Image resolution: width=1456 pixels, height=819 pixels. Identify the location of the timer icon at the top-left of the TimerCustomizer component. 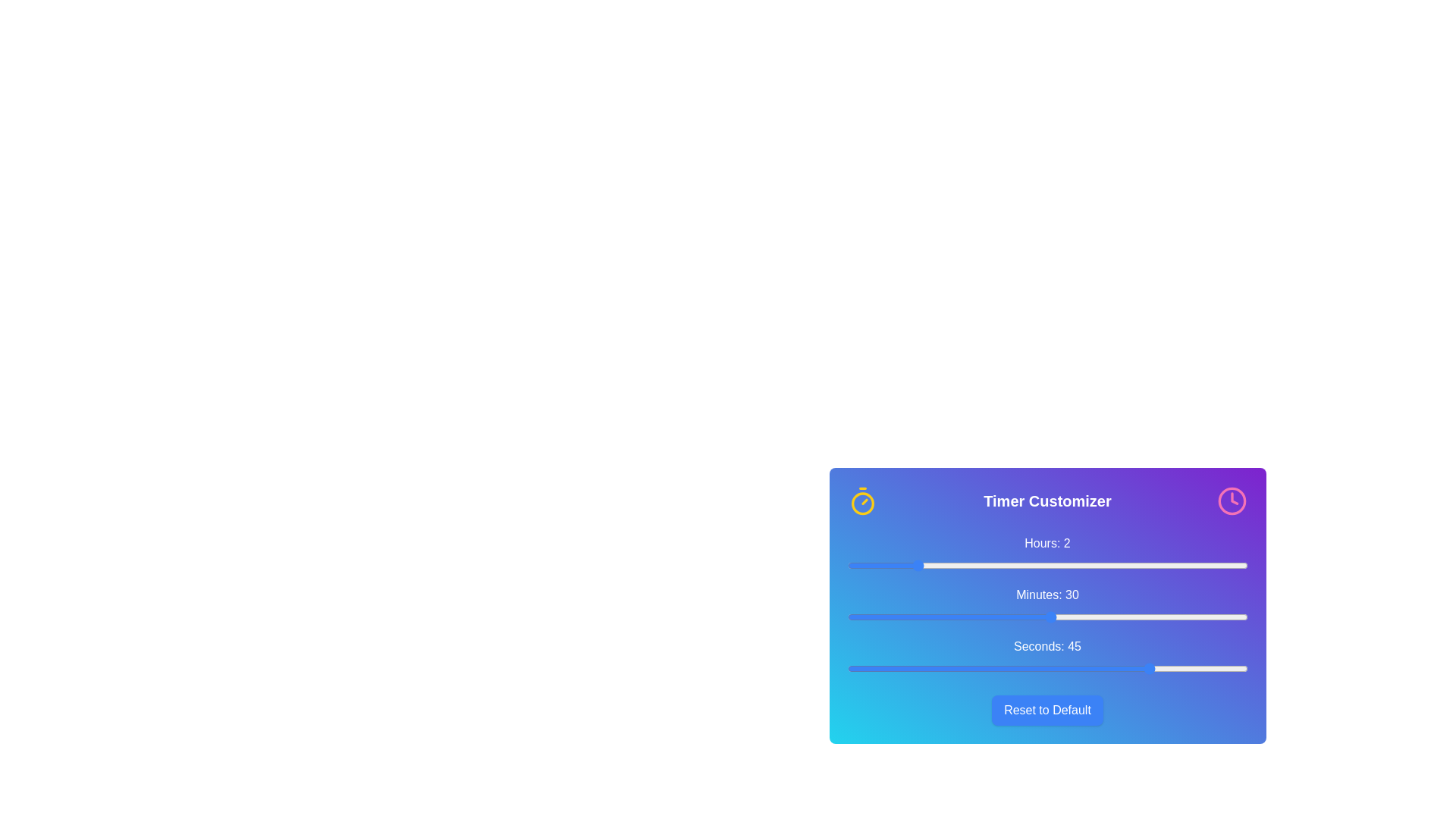
(862, 500).